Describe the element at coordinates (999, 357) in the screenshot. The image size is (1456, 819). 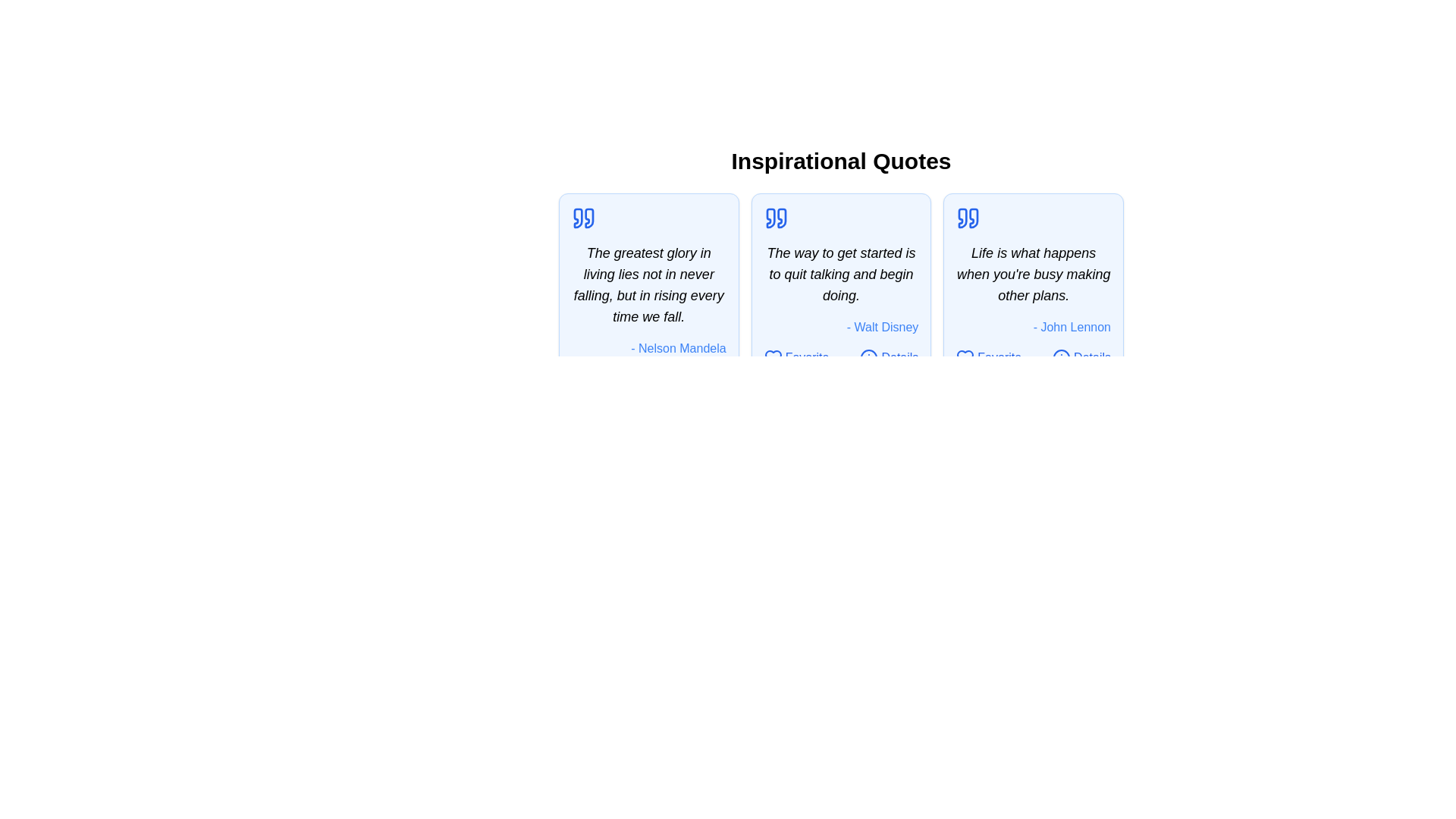
I see `the heart icon adjacent to the text label that denotes marking the quote by John Lennon as a favorite` at that location.